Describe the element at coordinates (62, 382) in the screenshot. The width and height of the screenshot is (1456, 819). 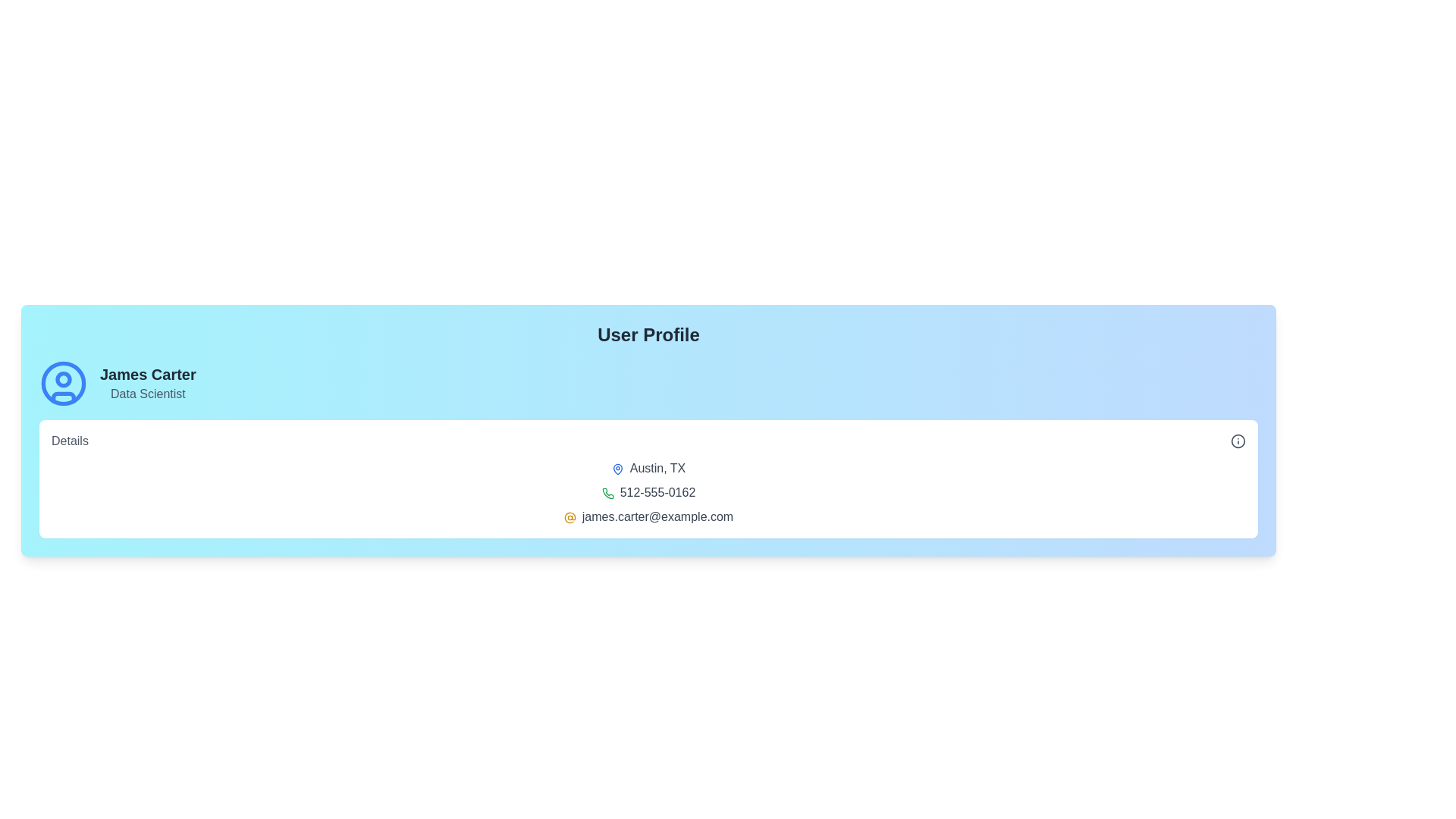
I see `the graphic circle element that is part of the user's profile picture, located to the left of the username 'James Carter'` at that location.